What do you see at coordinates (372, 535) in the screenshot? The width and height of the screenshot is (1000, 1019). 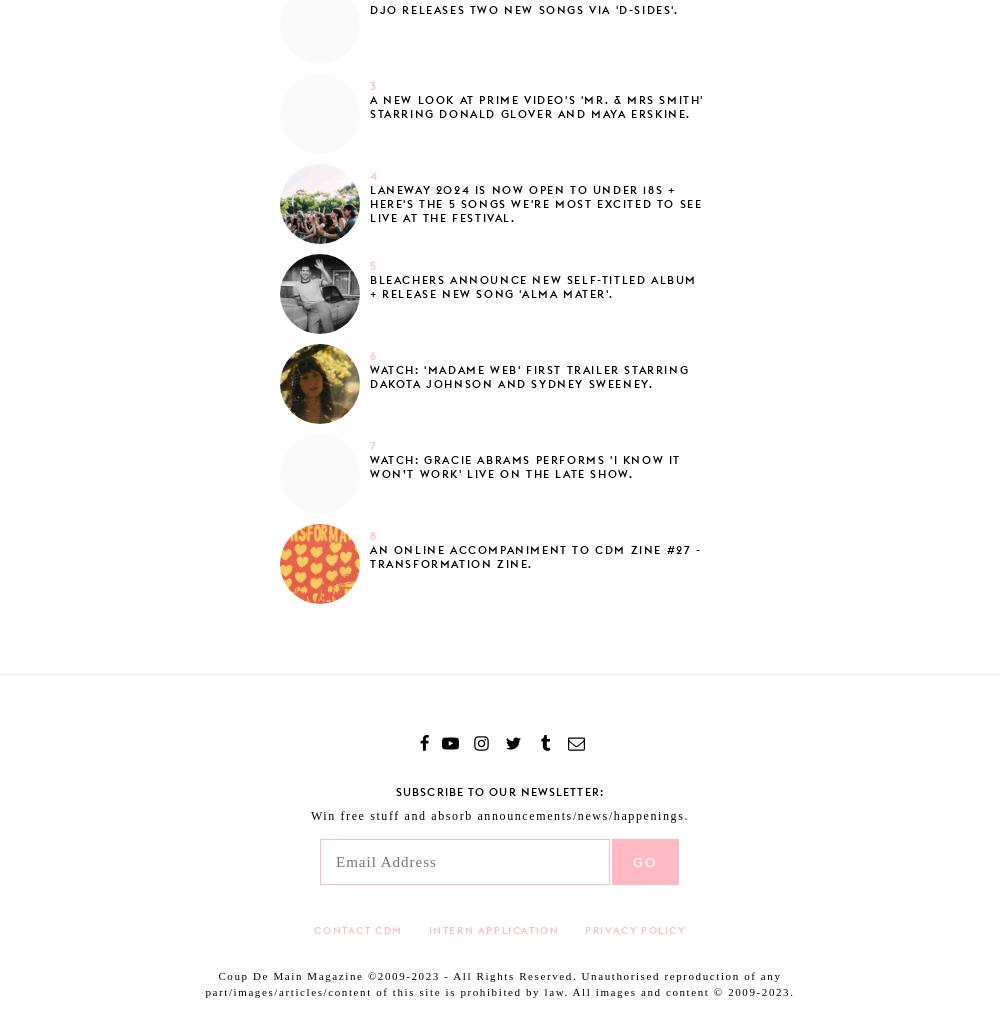 I see `'8'` at bounding box center [372, 535].